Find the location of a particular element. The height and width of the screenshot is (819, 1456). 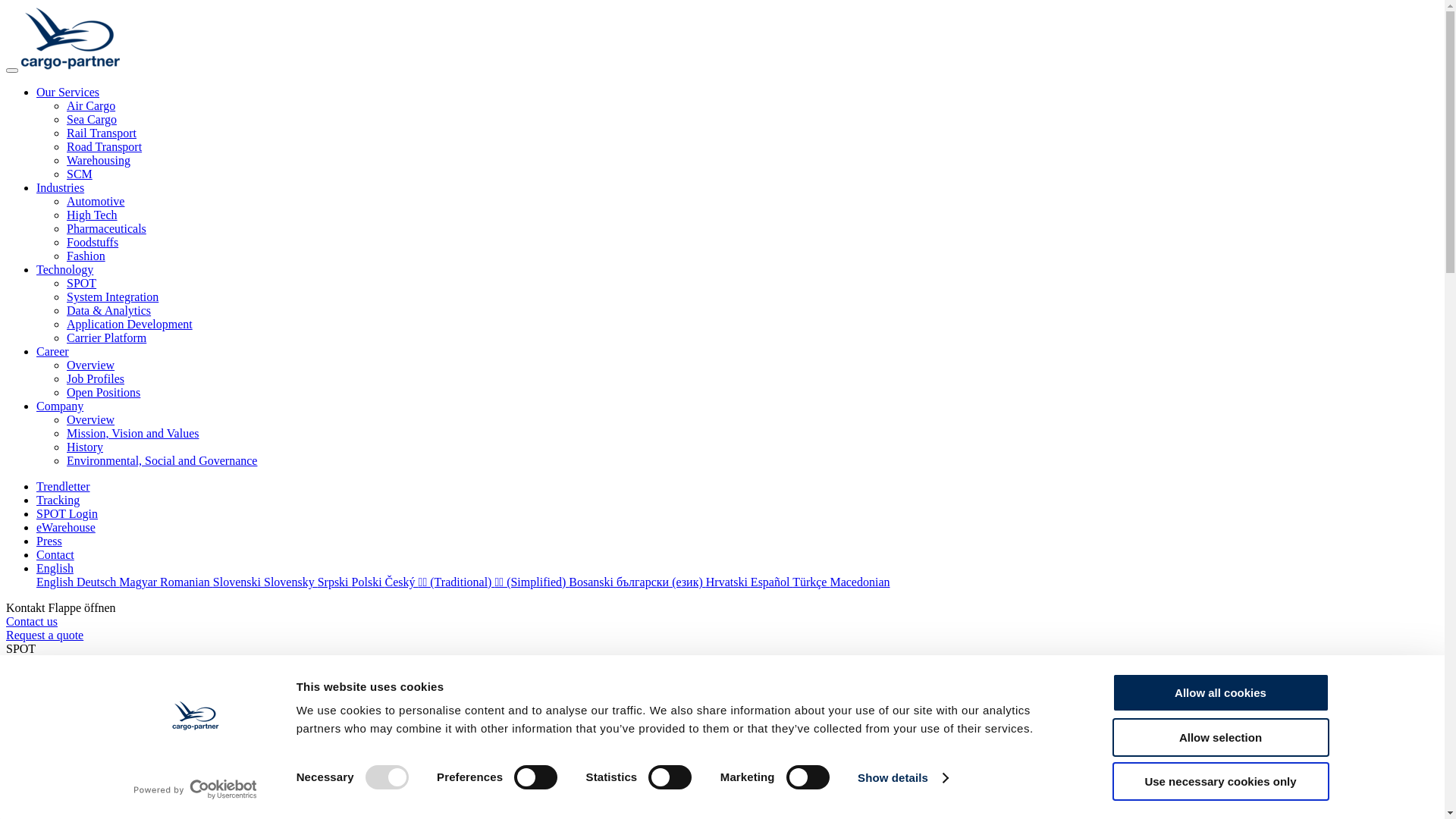

'Pharmaceuticals' is located at coordinates (105, 228).